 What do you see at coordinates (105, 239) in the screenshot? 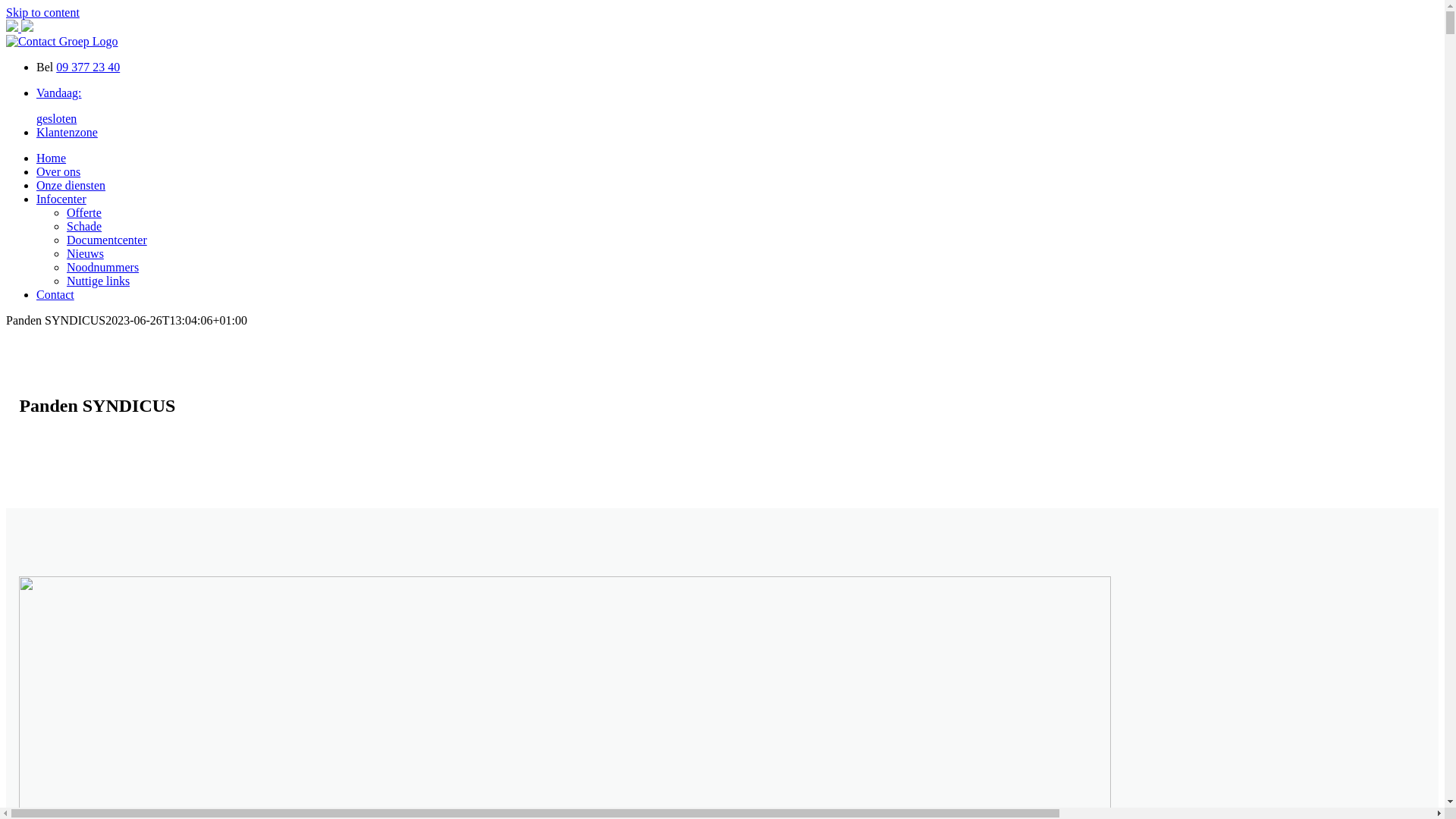
I see `'Documentcenter'` at bounding box center [105, 239].